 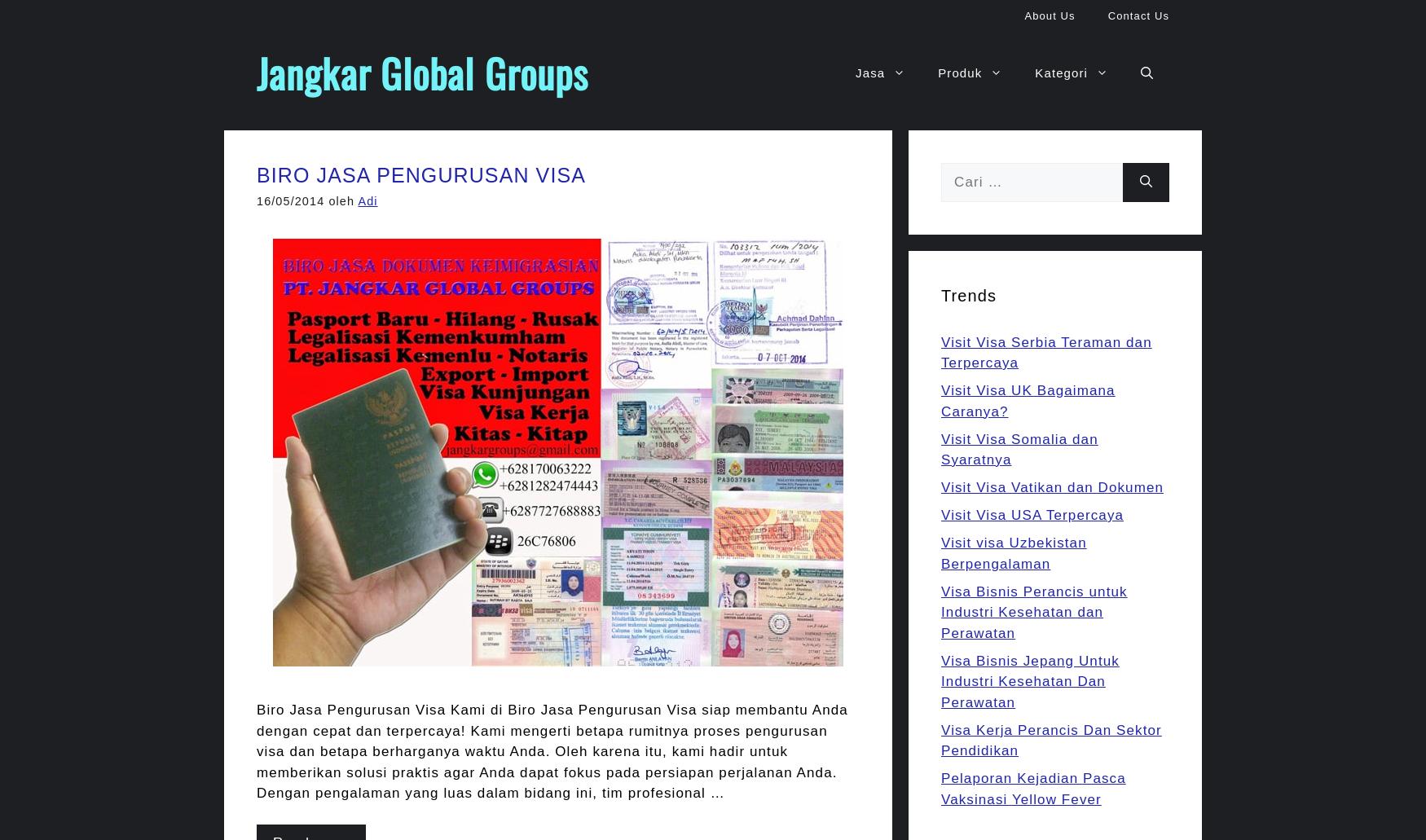 I want to click on 'Kategori', so click(x=1060, y=73).